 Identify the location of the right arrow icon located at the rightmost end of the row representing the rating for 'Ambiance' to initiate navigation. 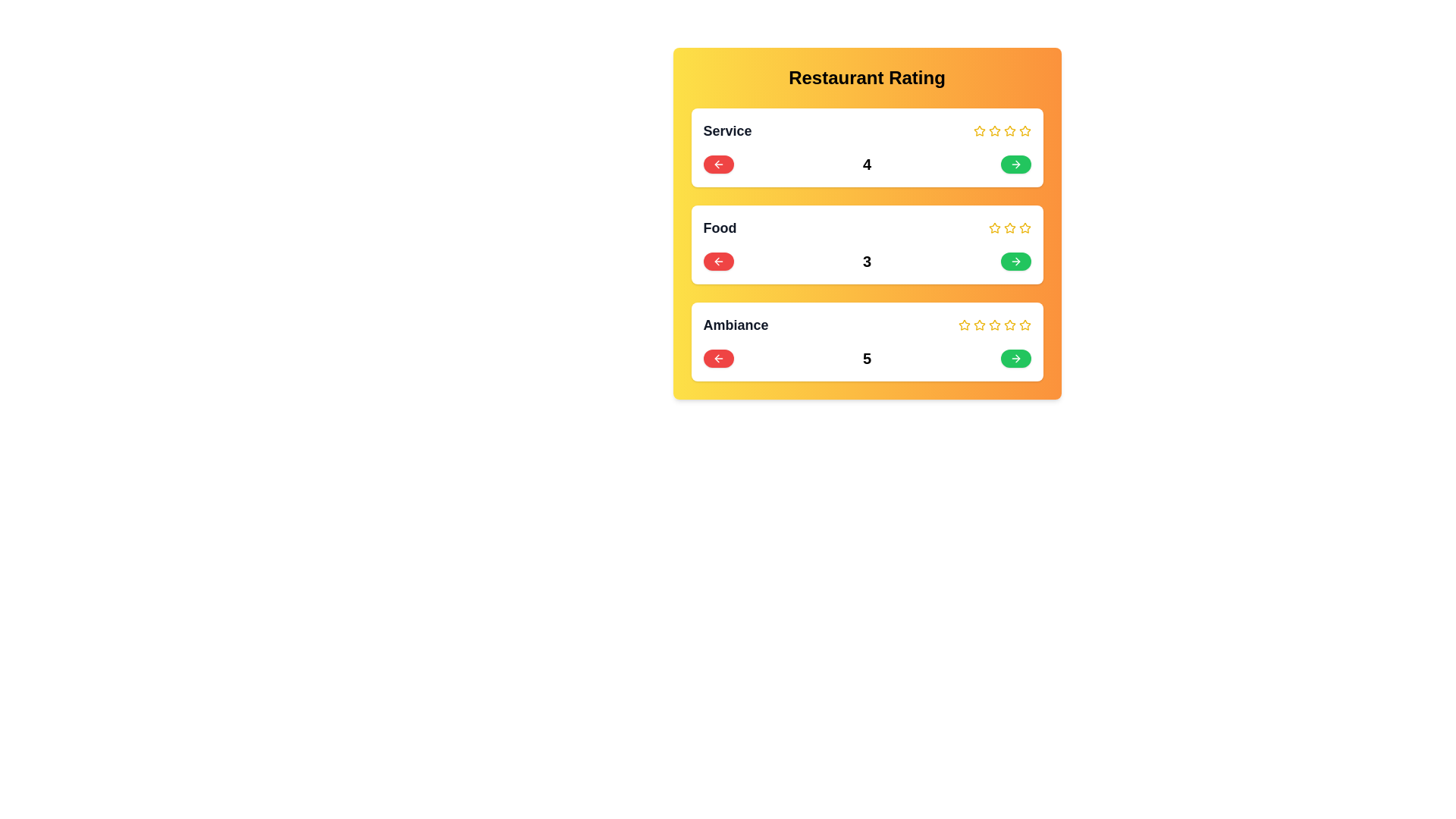
(1016, 359).